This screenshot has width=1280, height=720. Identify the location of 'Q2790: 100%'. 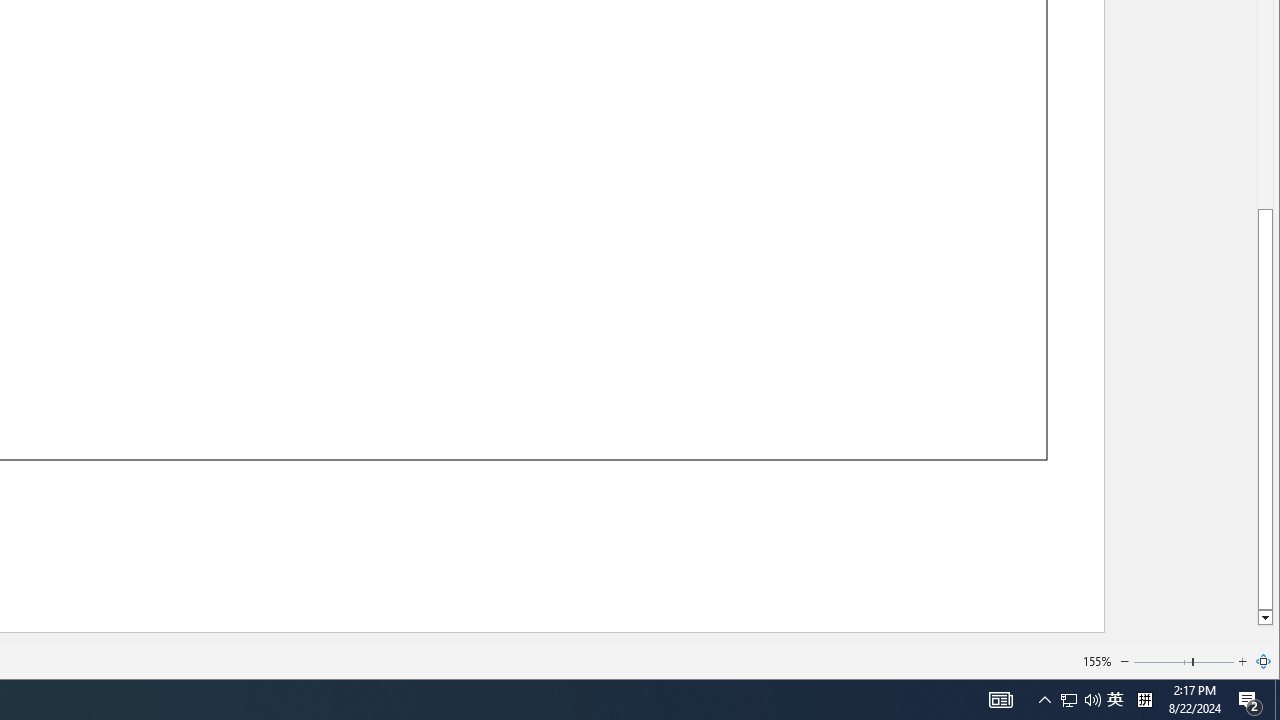
(1092, 698).